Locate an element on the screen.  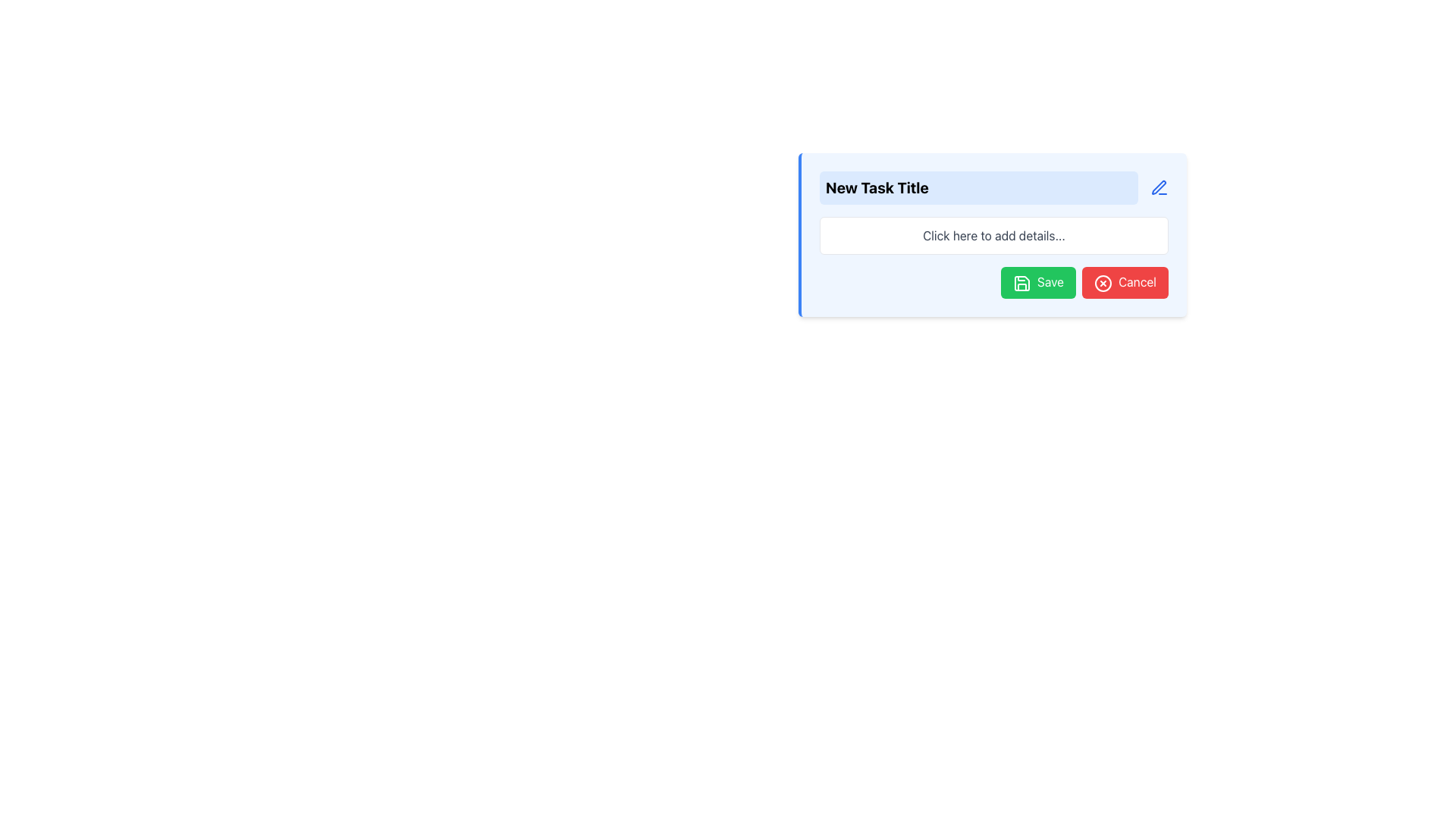
the green 'Save' button with a floppy disk icon on the left is located at coordinates (1037, 282).